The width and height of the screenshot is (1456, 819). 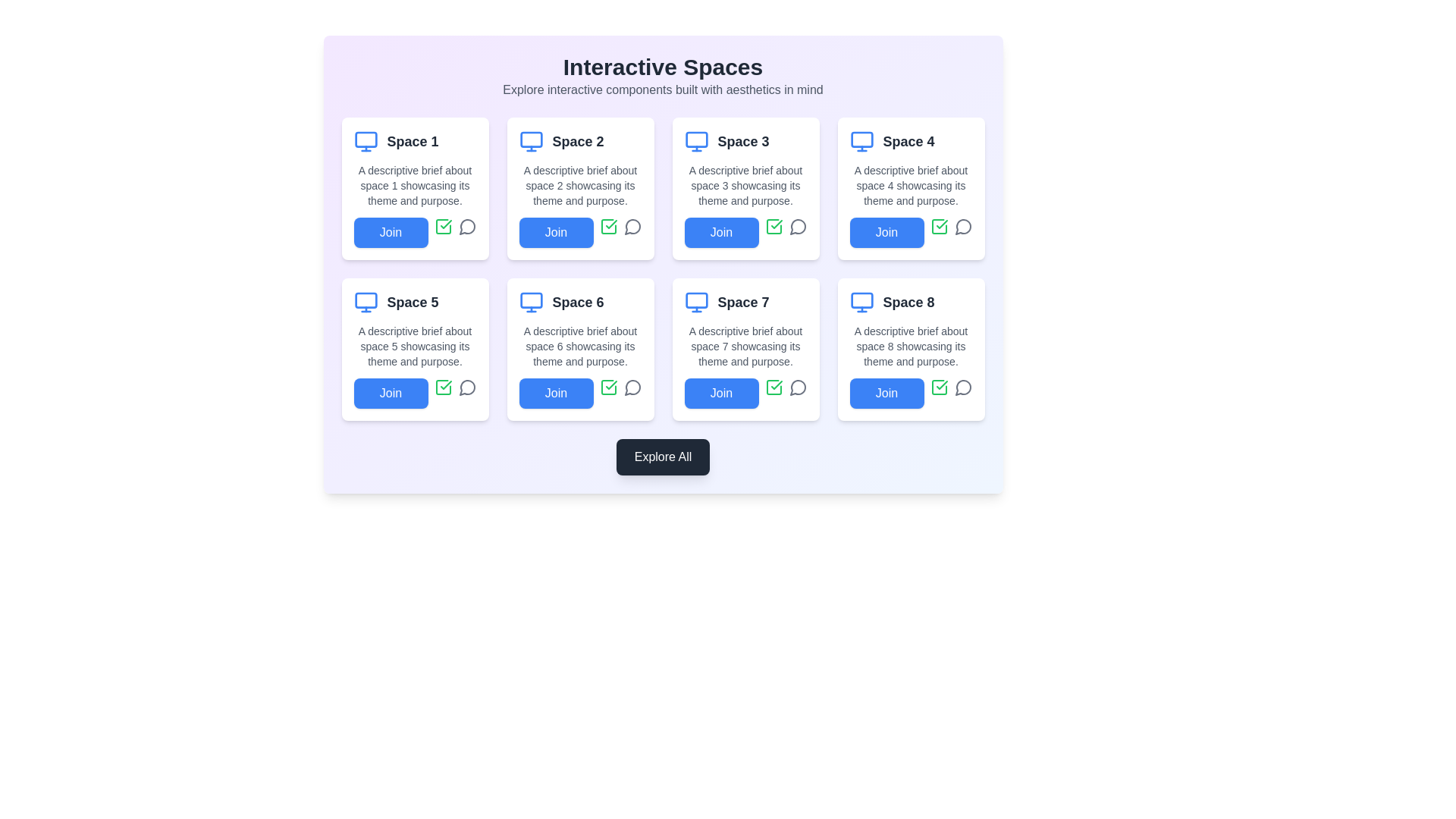 What do you see at coordinates (663, 456) in the screenshot?
I see `the 'Explore All' button, which is a dark gray rectangular button with rounded corners and white text, located centrally at the bottom of the interface` at bounding box center [663, 456].